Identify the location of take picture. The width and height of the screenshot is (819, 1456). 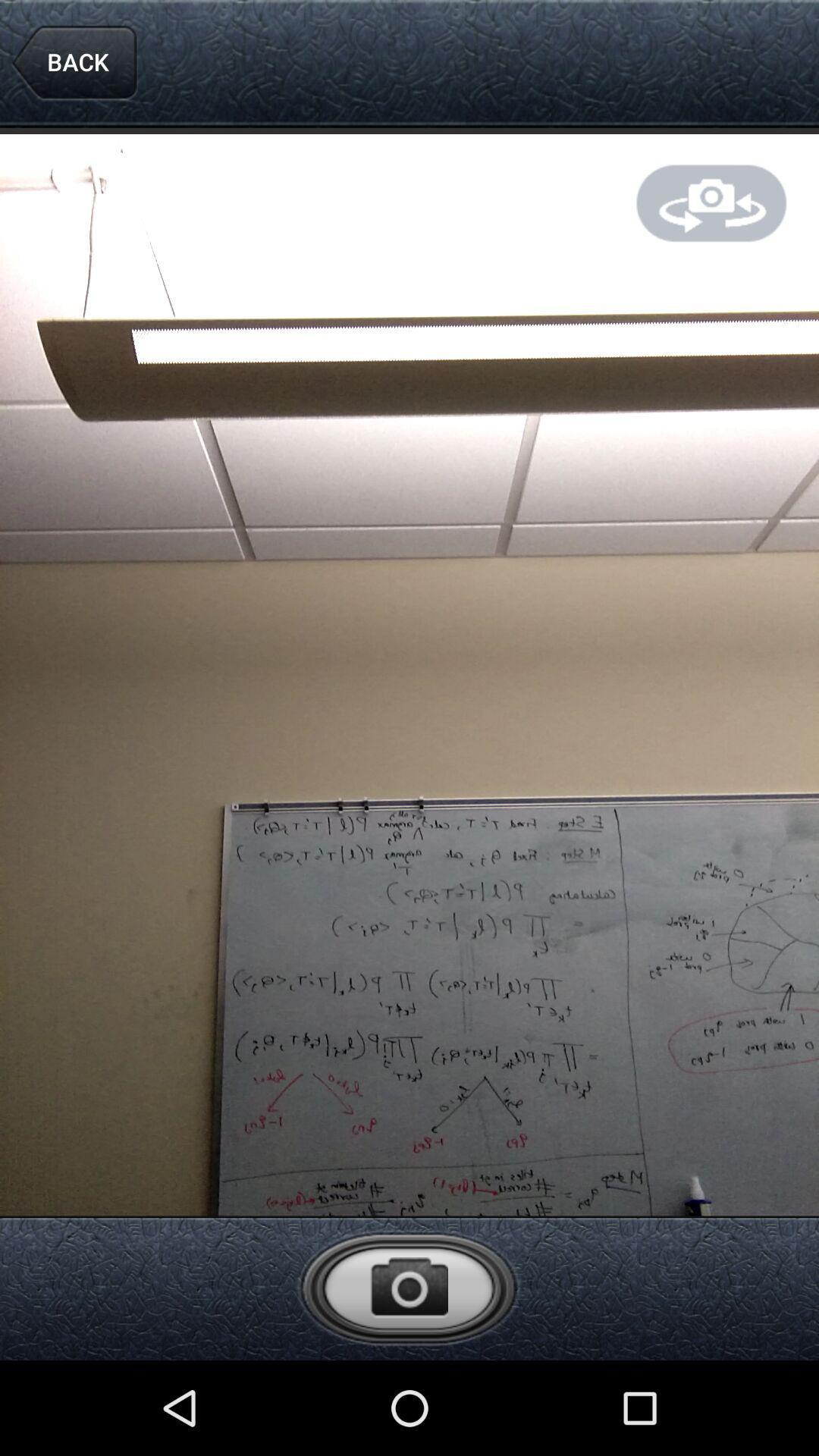
(408, 1287).